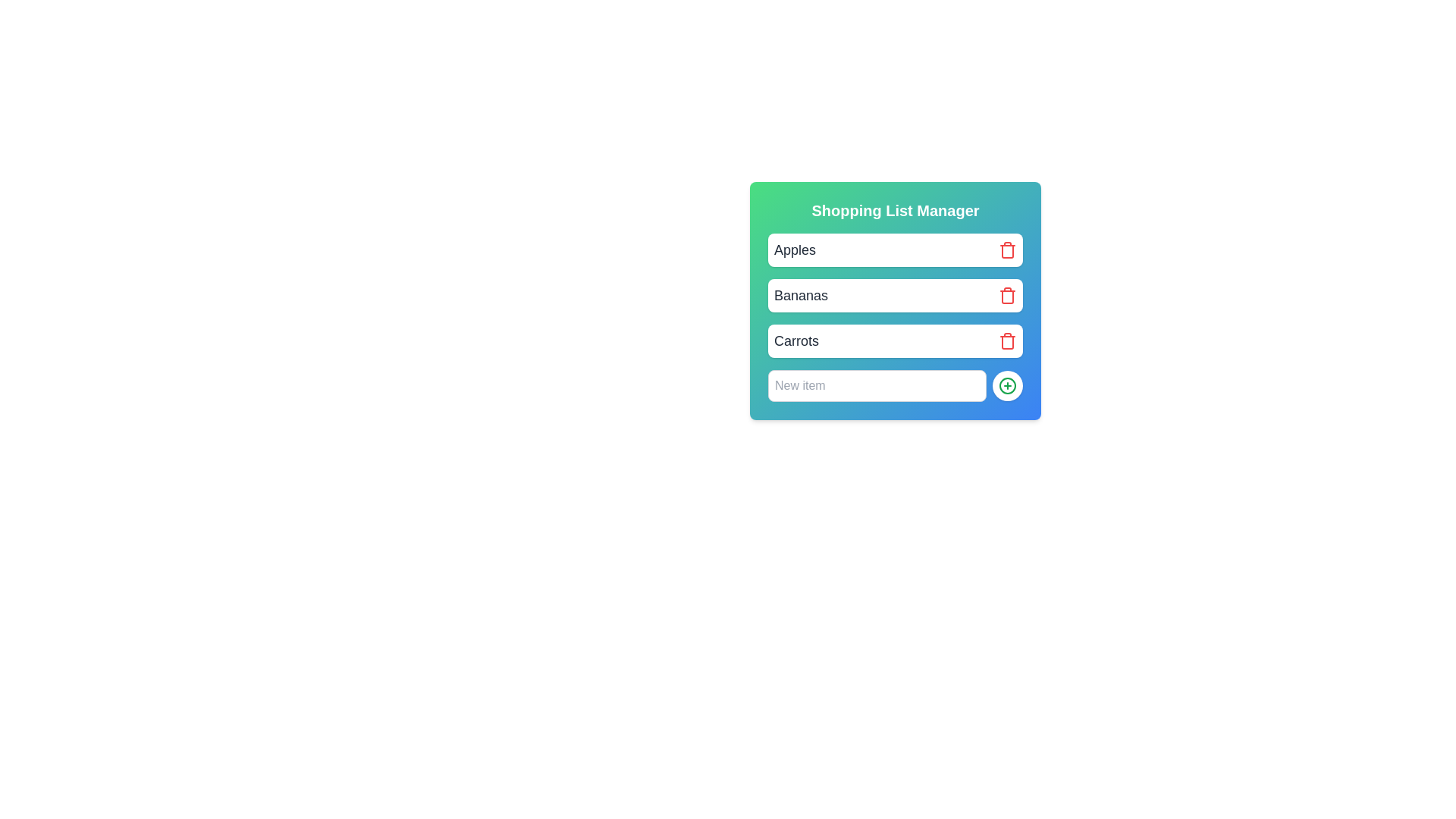 Image resolution: width=1456 pixels, height=819 pixels. I want to click on delete button next to the item labeled 'Carrots' to remove it from the list, so click(1008, 341).